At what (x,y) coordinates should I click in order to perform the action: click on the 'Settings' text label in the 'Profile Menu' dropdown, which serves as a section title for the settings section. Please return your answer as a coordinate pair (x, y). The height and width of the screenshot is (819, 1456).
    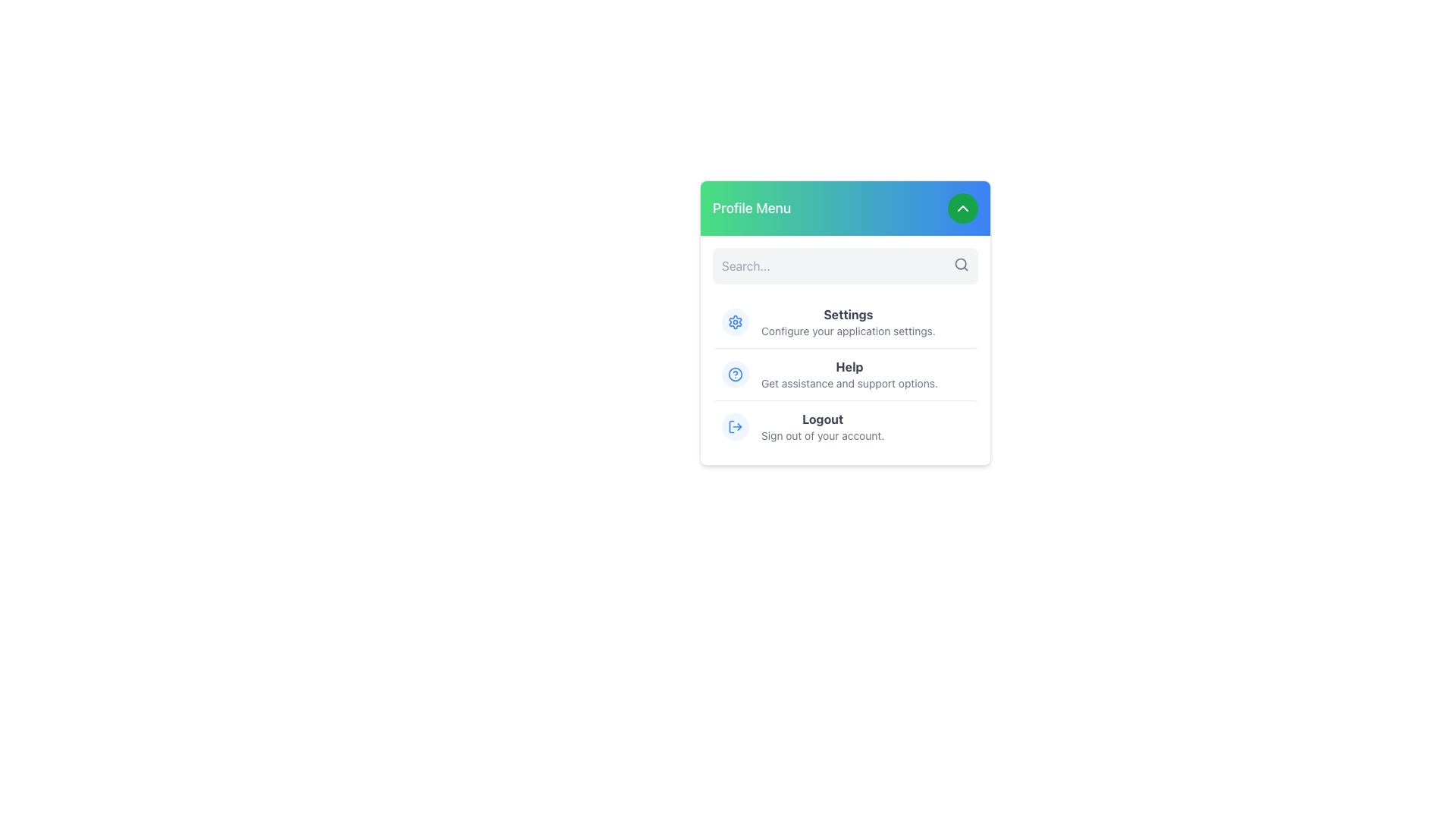
    Looking at the image, I should click on (847, 314).